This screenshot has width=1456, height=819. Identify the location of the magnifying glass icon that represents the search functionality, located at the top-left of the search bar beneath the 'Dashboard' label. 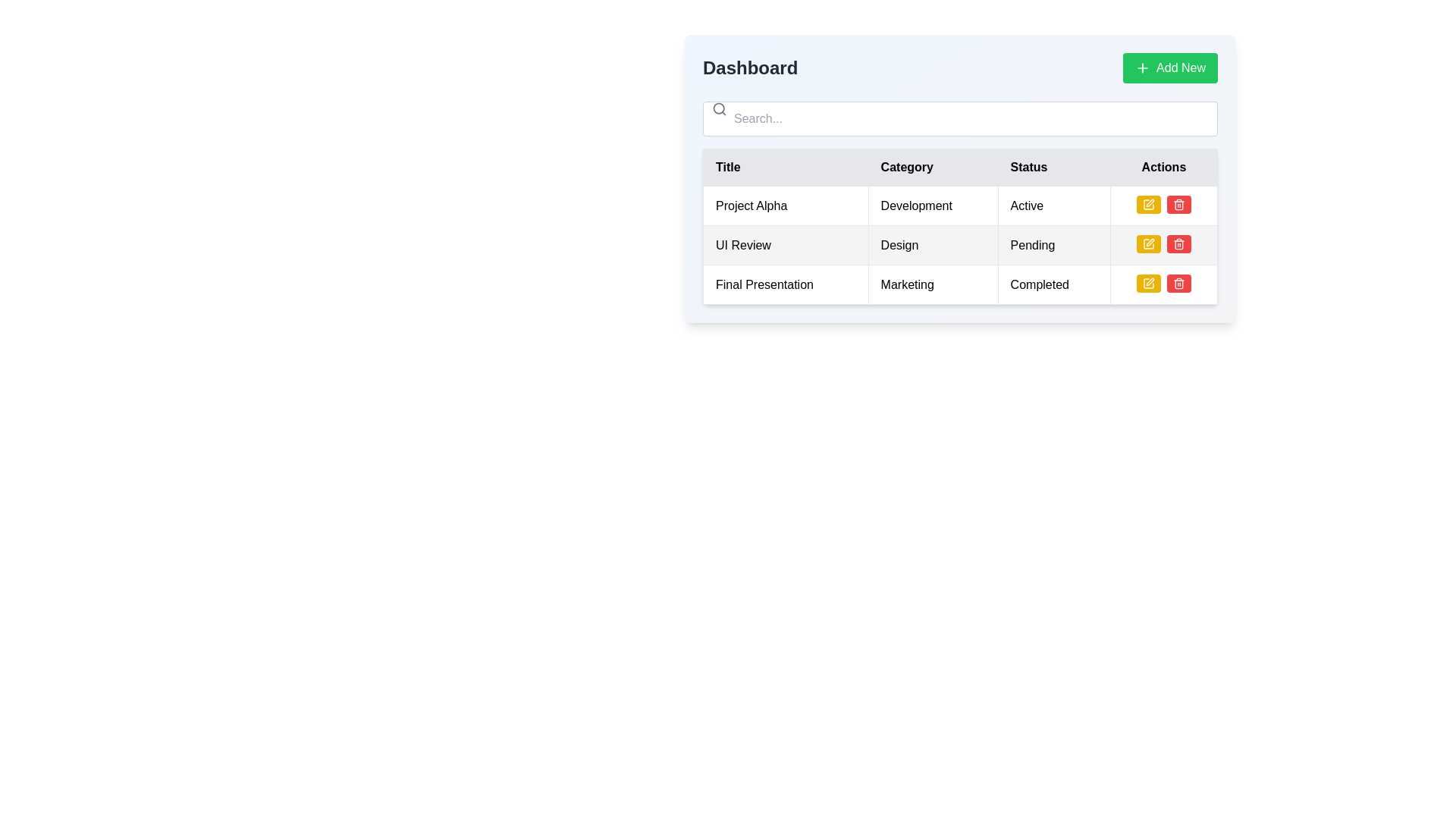
(719, 108).